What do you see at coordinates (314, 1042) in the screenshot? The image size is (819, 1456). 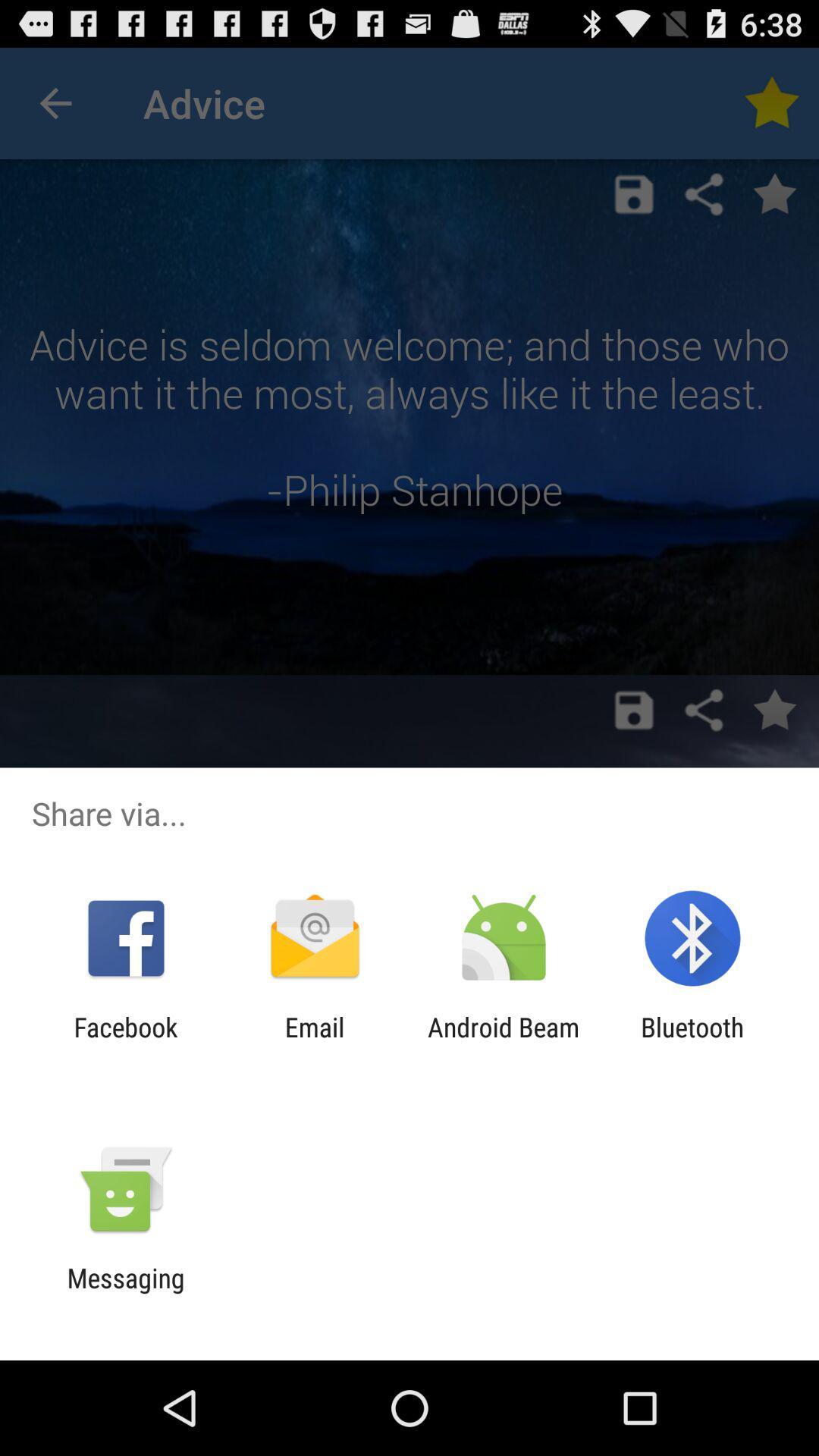 I see `item next to android beam item` at bounding box center [314, 1042].